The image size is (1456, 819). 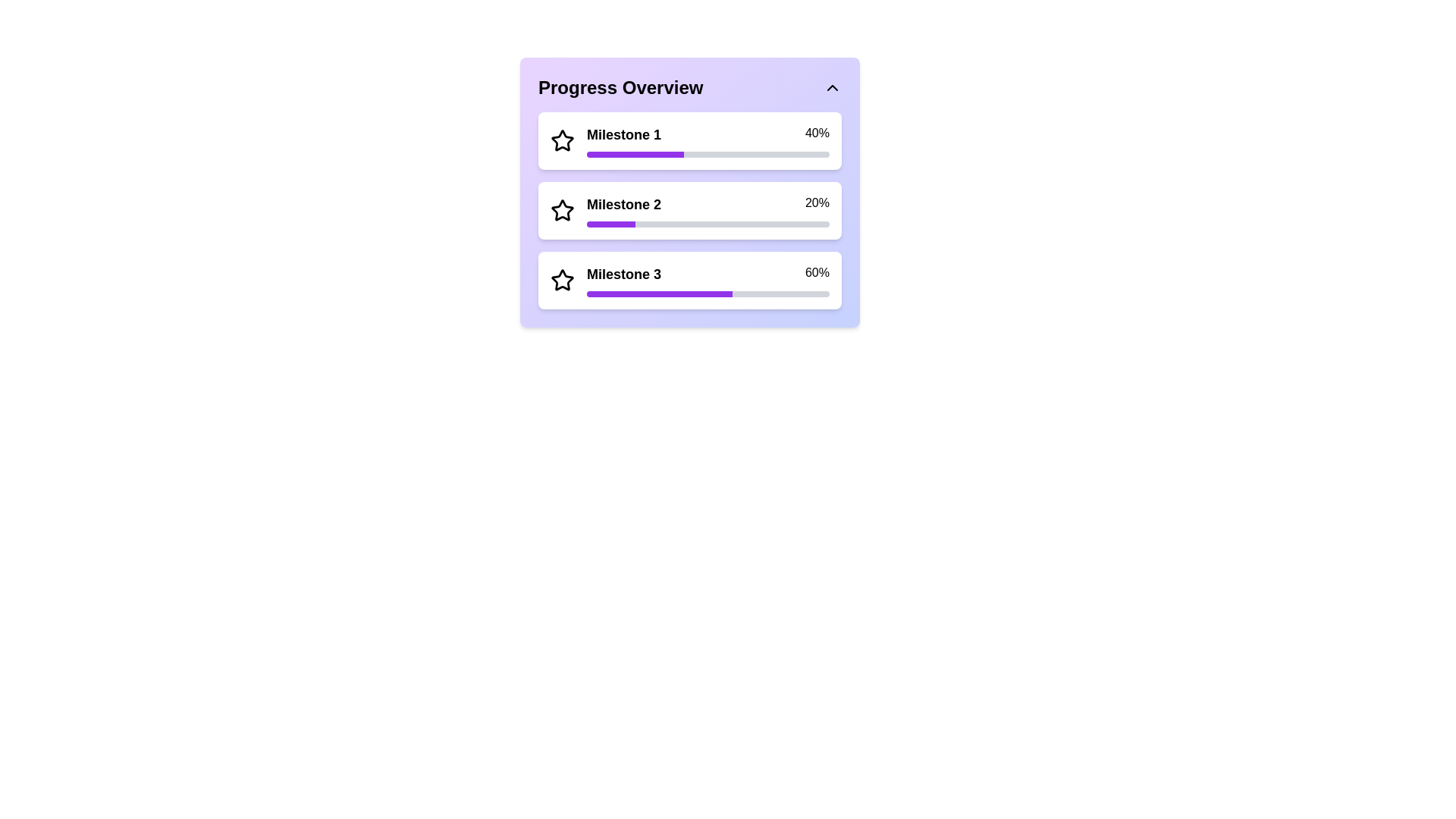 What do you see at coordinates (708, 155) in the screenshot?
I see `the rounded progress bar with a light gray background and purple foreground located in the 'Milestone 1' section, next to the '40%' completion text` at bounding box center [708, 155].